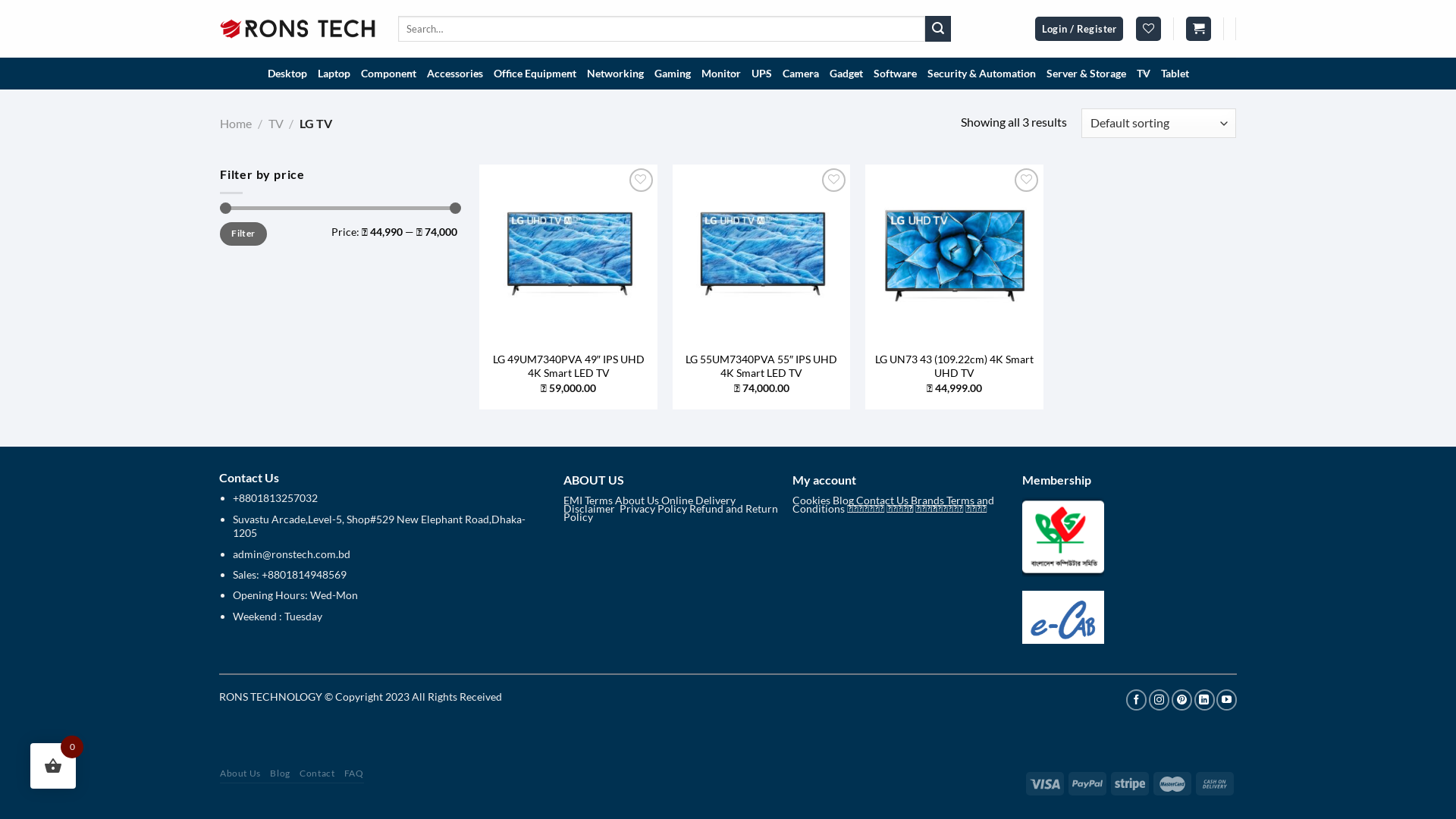  I want to click on 'Cart', so click(1197, 29).